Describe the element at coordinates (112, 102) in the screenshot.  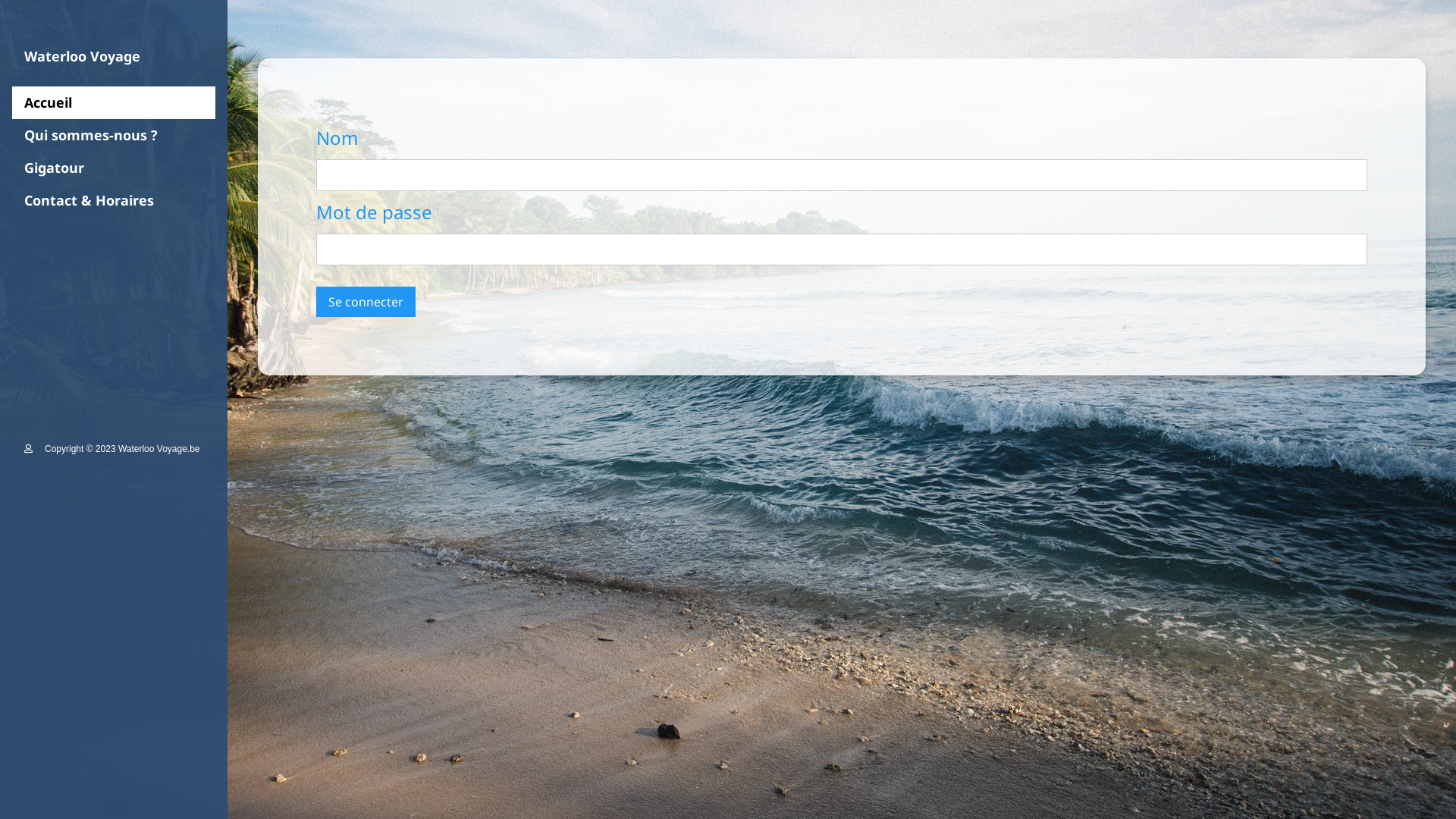
I see `'Accueil'` at that location.